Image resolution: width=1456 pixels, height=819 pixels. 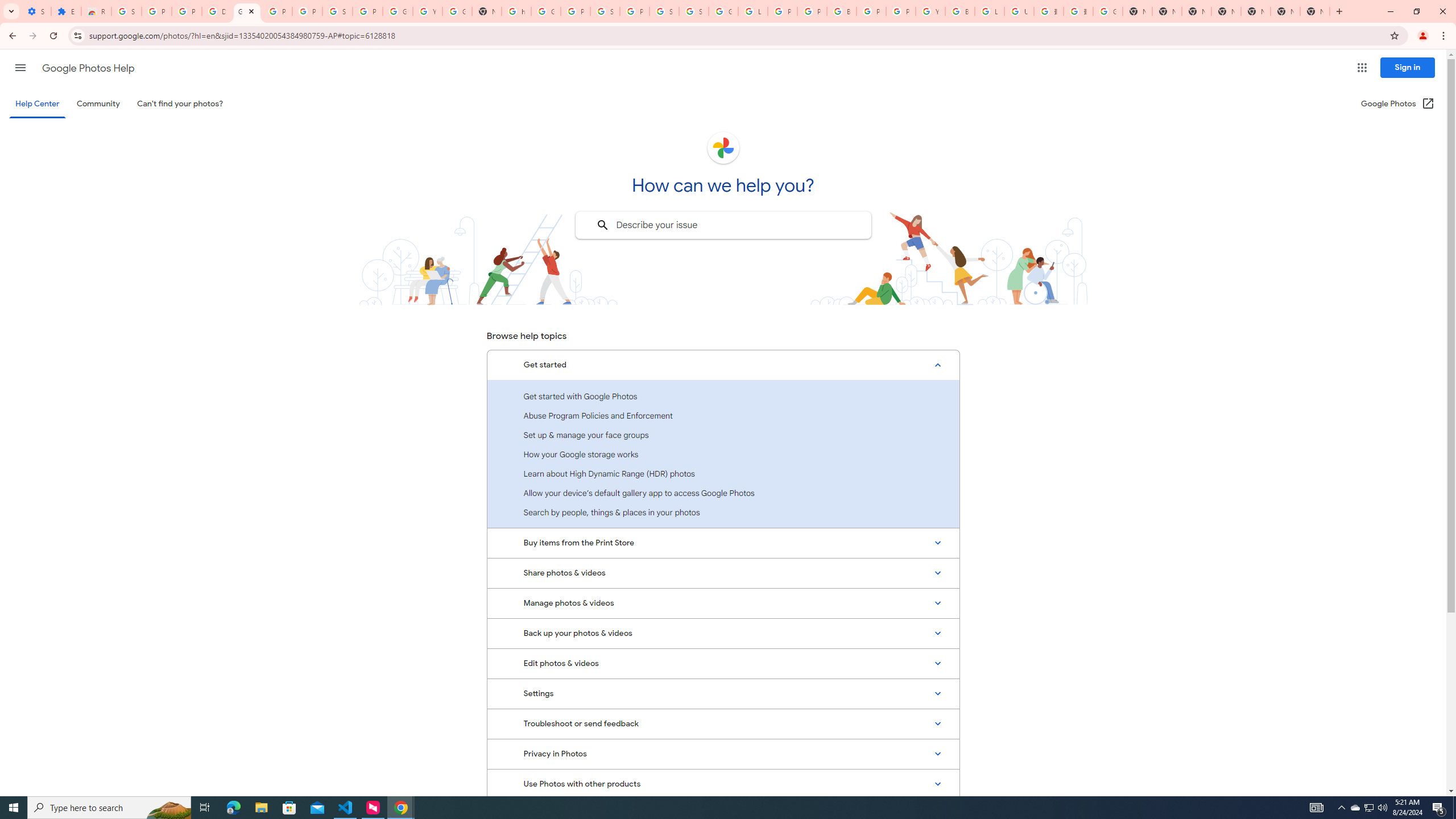 I want to click on 'Use Photos with other products', so click(x=723, y=784).